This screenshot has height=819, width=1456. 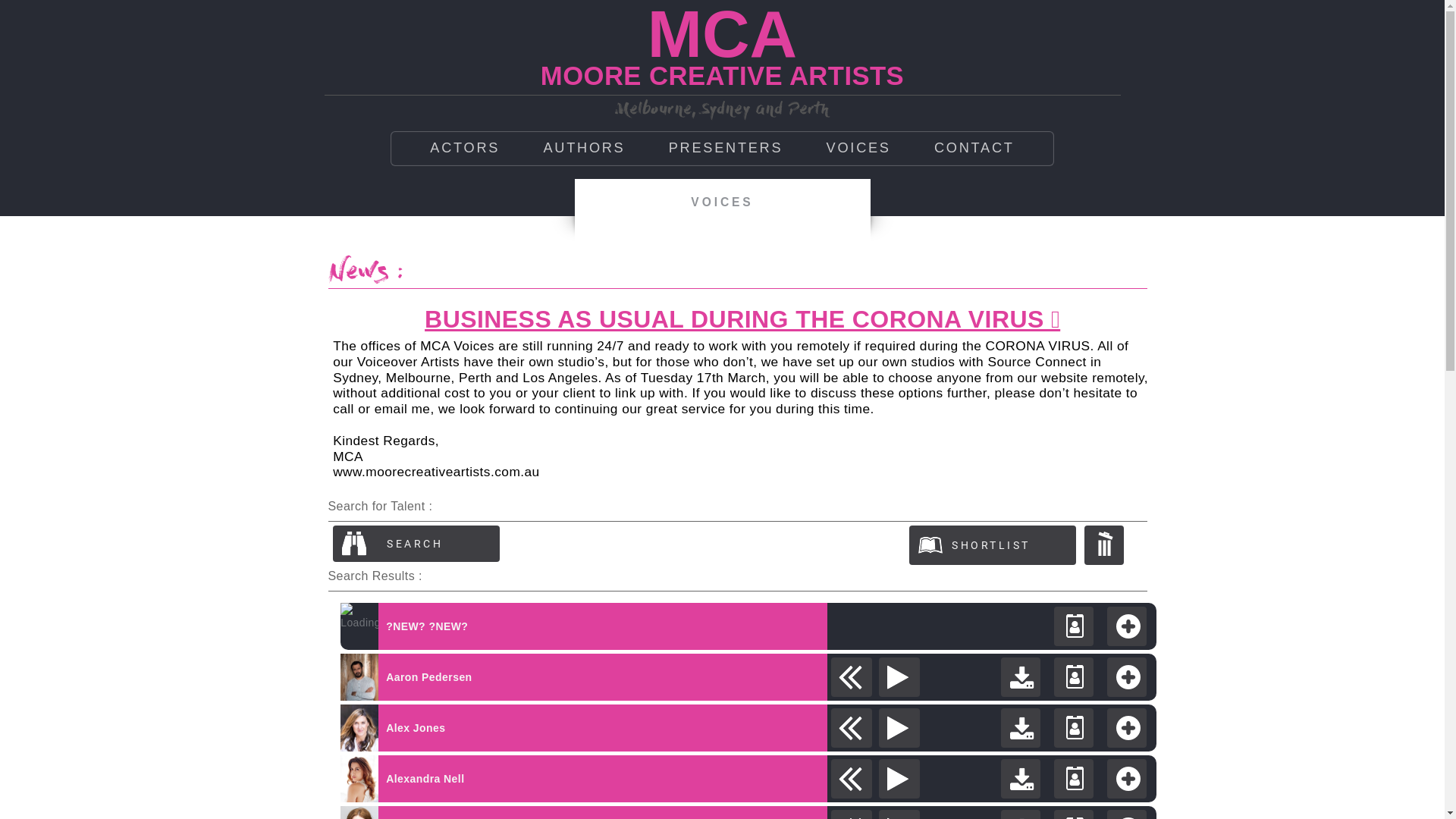 What do you see at coordinates (464, 149) in the screenshot?
I see `'ACTORS'` at bounding box center [464, 149].